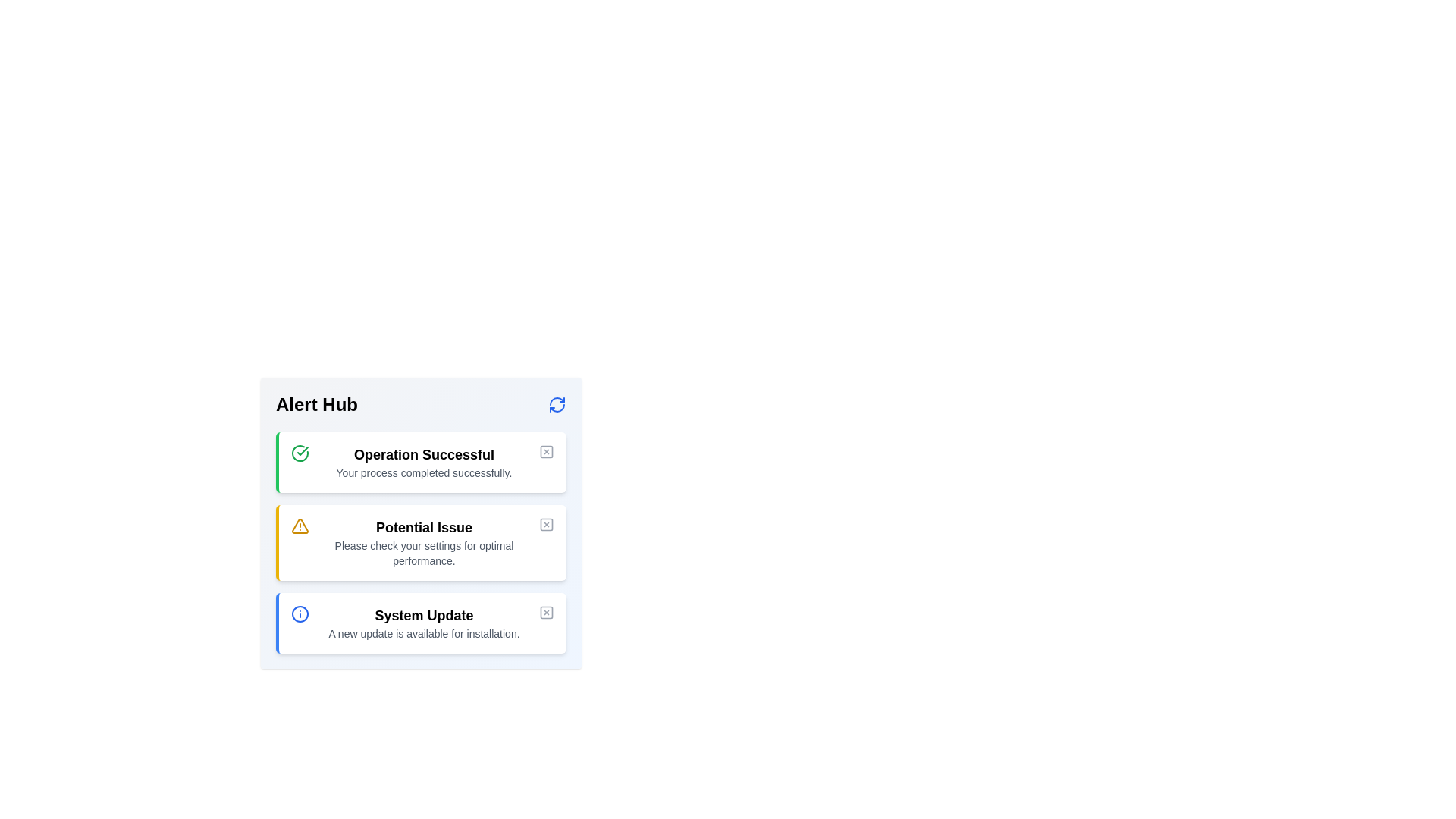  What do you see at coordinates (300, 526) in the screenshot?
I see `the warning indicator icon located to the left of the text 'Potential Issue' in the second alert box of the Alert Hub section` at bounding box center [300, 526].